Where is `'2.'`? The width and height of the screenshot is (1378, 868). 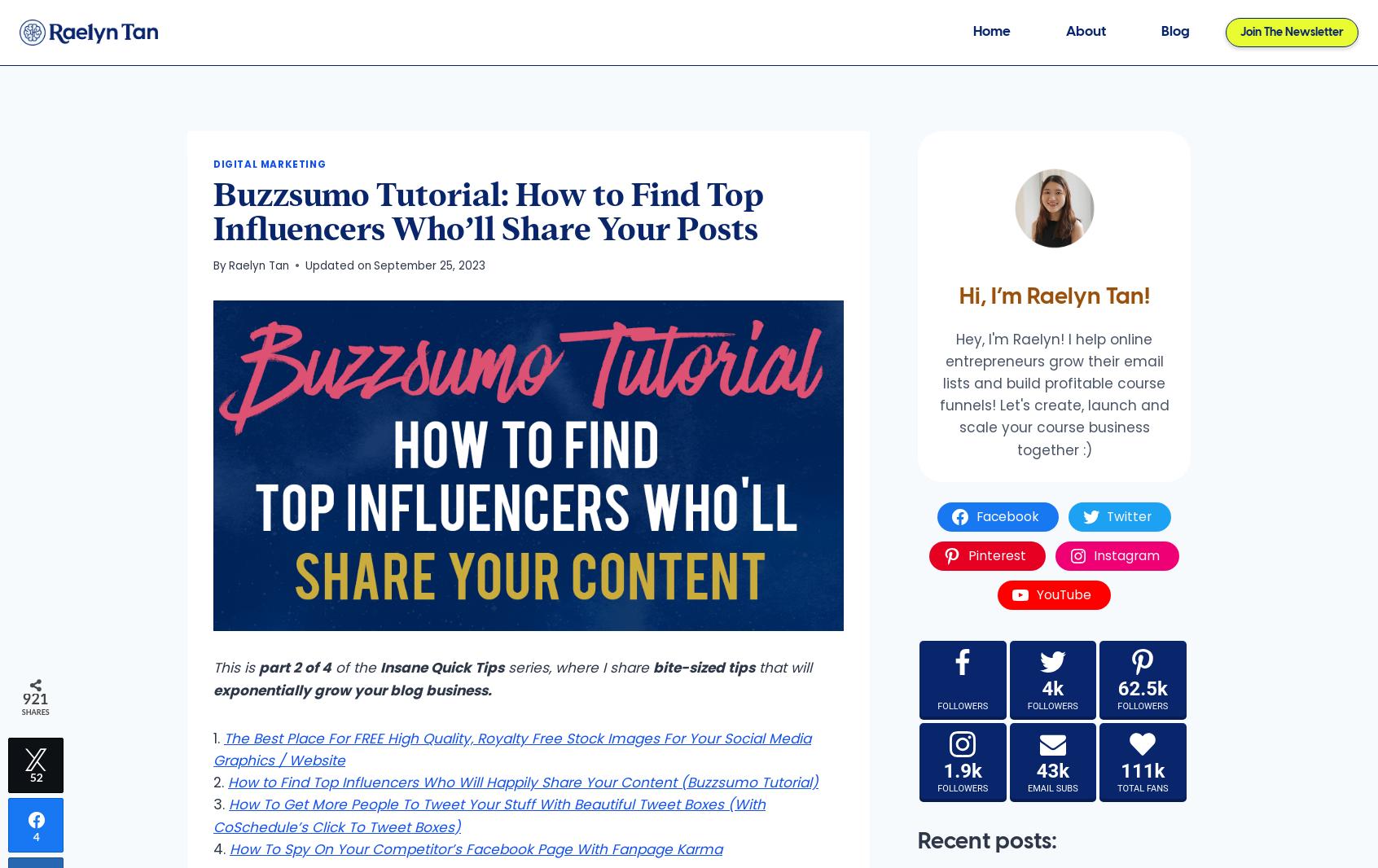 '2.' is located at coordinates (221, 782).